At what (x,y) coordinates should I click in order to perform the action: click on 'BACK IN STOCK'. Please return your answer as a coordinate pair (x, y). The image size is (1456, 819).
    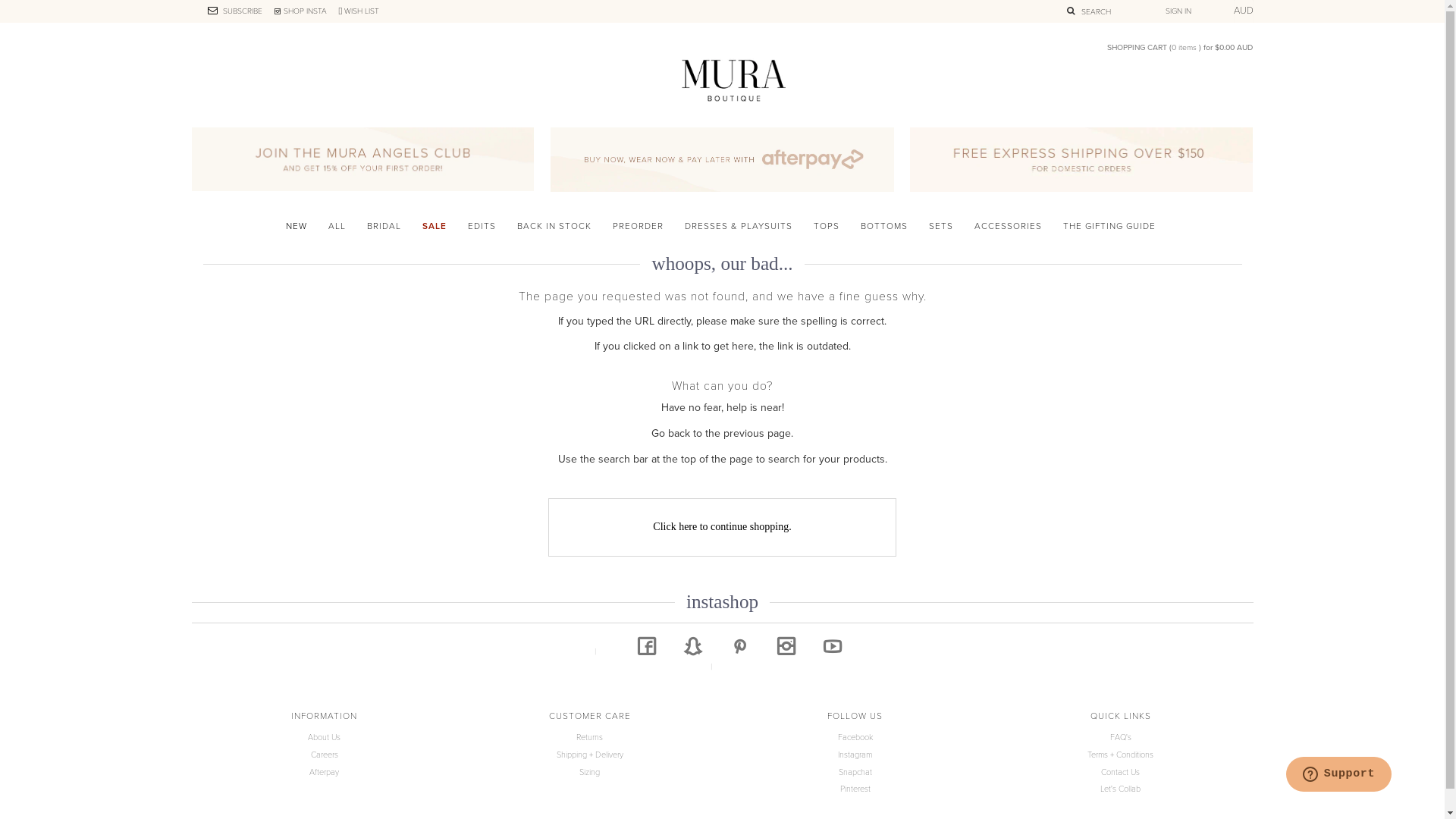
    Looking at the image, I should click on (553, 226).